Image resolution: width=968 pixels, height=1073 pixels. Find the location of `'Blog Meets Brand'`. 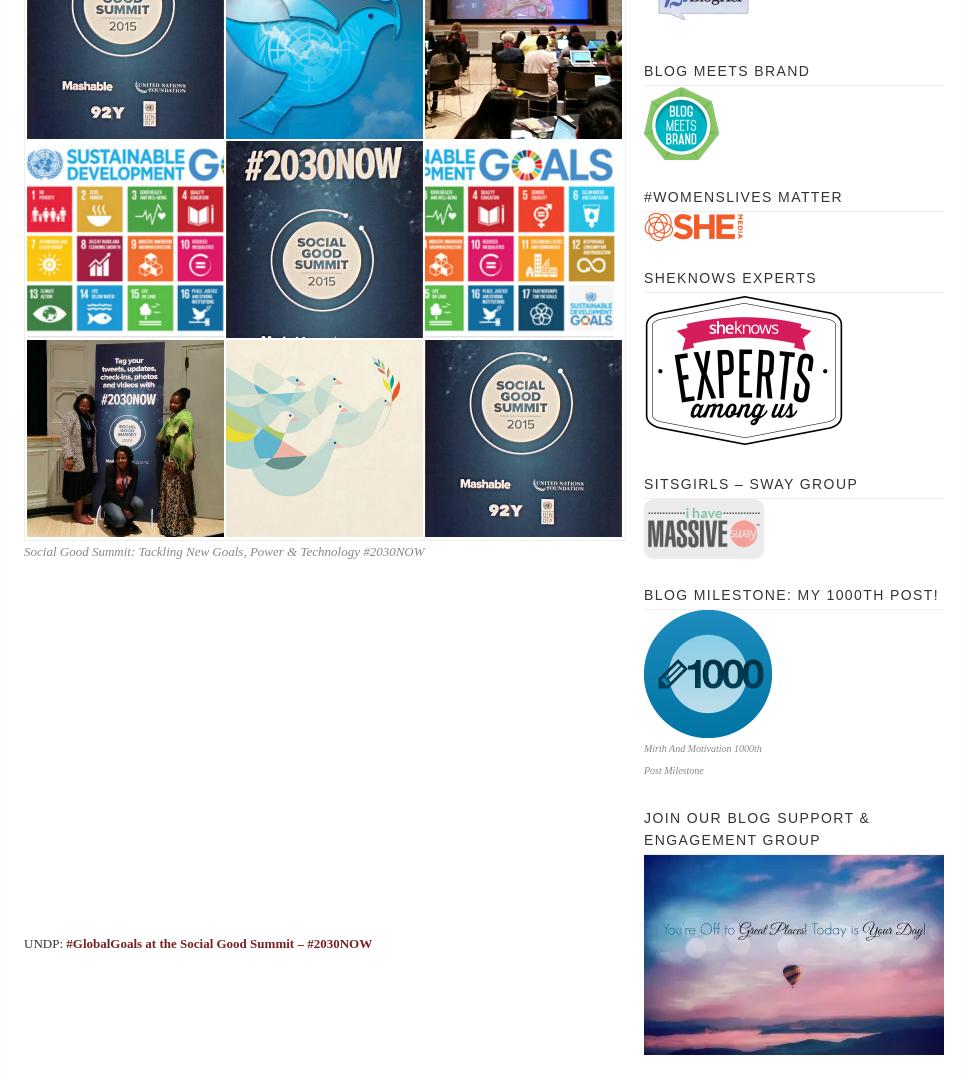

'Blog Meets Brand' is located at coordinates (643, 71).